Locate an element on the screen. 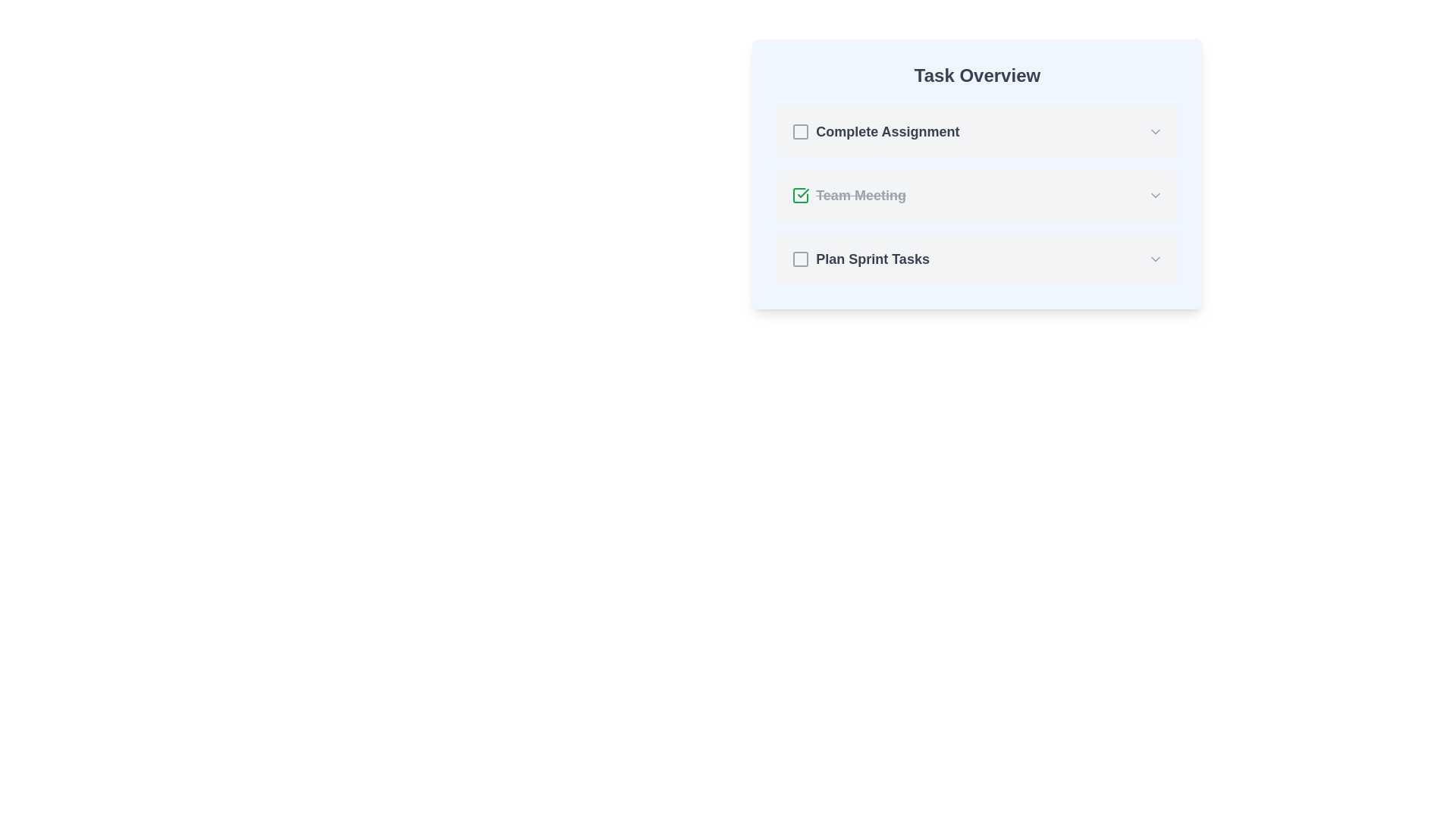  the dropdown arrow of the topmost list item titled 'Complete Assignment' in the Task Overview section is located at coordinates (977, 130).